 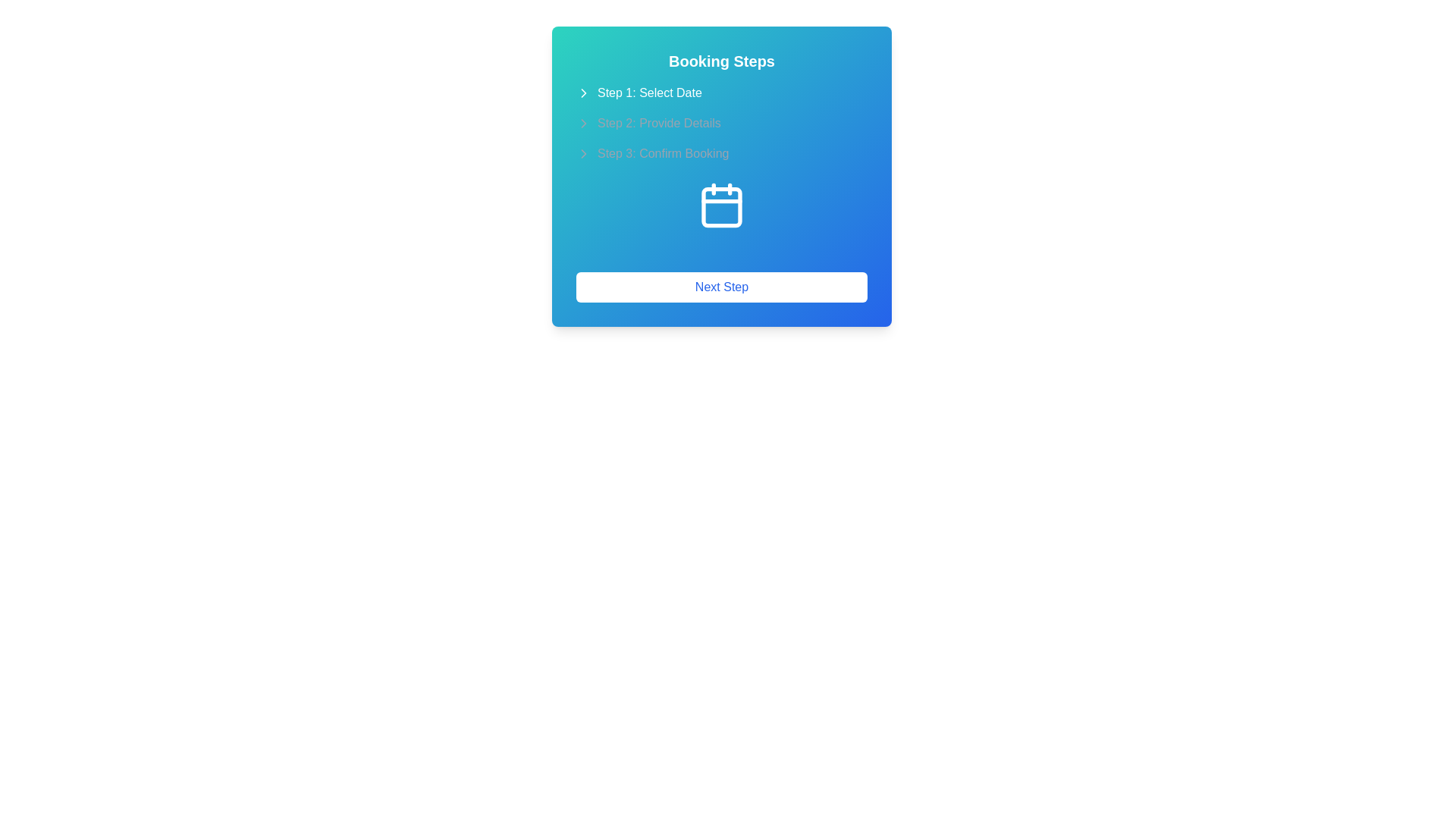 What do you see at coordinates (720, 207) in the screenshot?
I see `the central rectangular component with rounded corners located within the calendar icon` at bounding box center [720, 207].